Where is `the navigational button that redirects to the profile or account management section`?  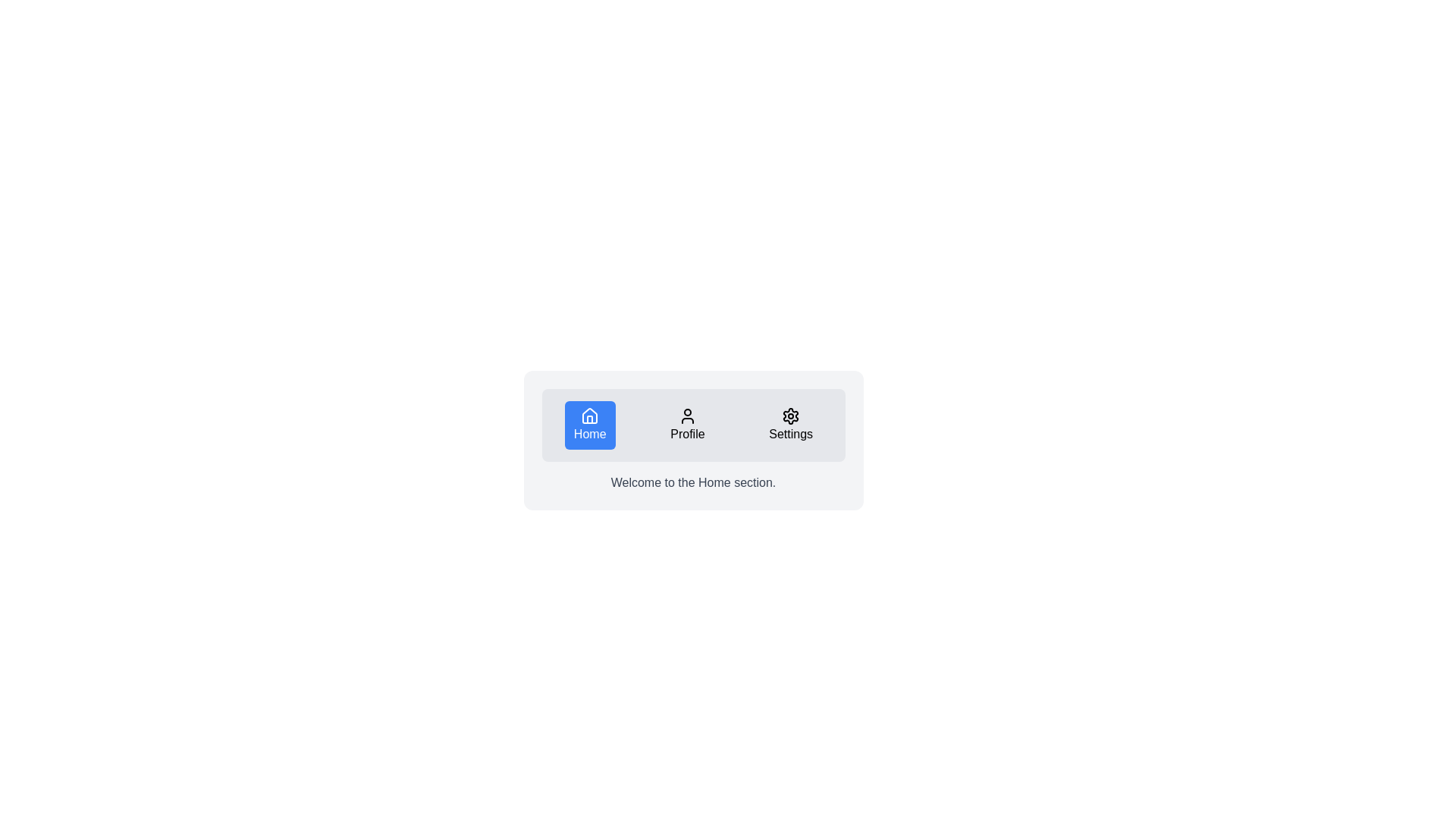
the navigational button that redirects to the profile or account management section is located at coordinates (686, 425).